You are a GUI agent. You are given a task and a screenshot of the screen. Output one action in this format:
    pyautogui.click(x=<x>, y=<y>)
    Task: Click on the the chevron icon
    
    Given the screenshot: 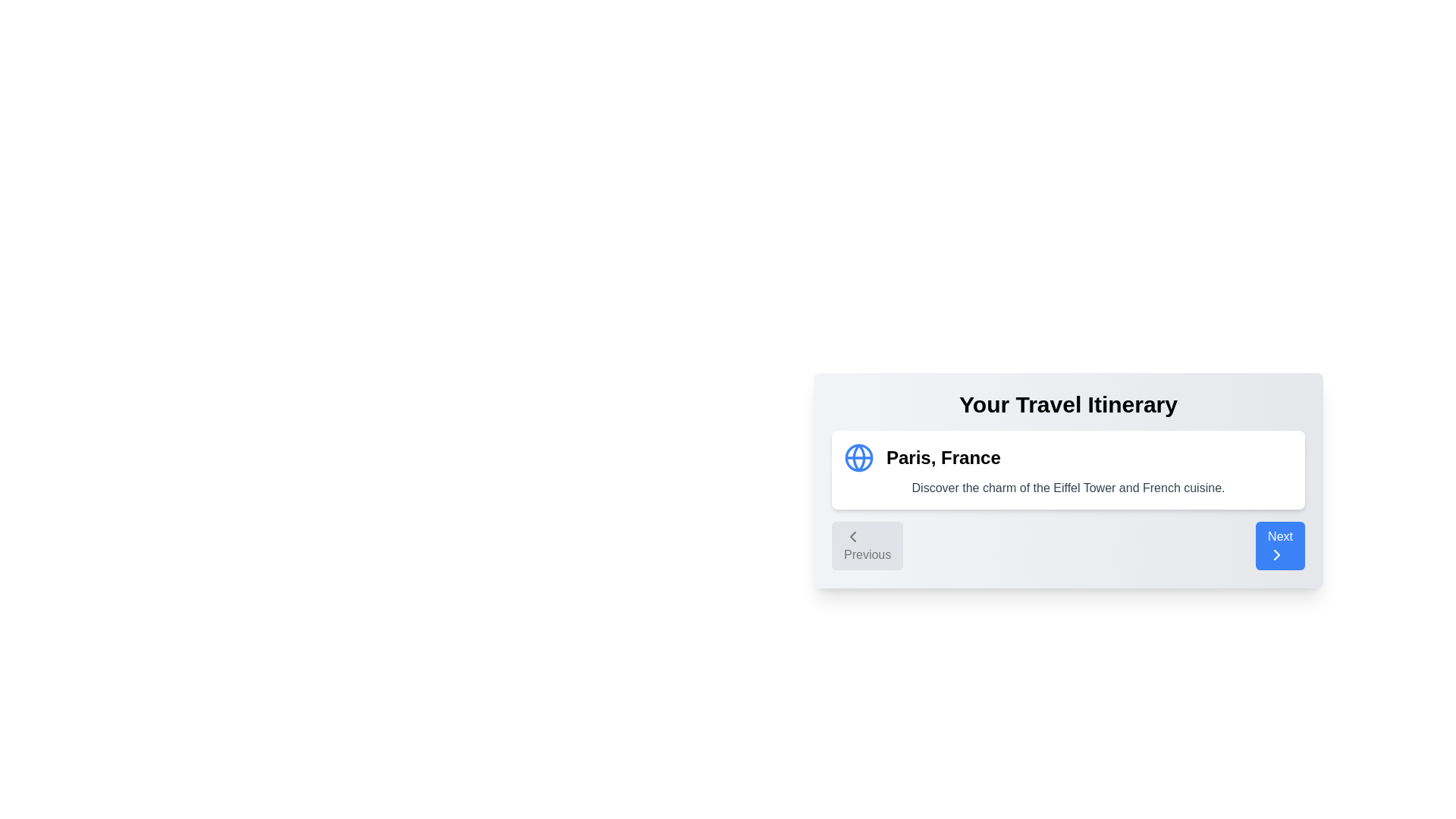 What is the action you would take?
    pyautogui.click(x=852, y=536)
    